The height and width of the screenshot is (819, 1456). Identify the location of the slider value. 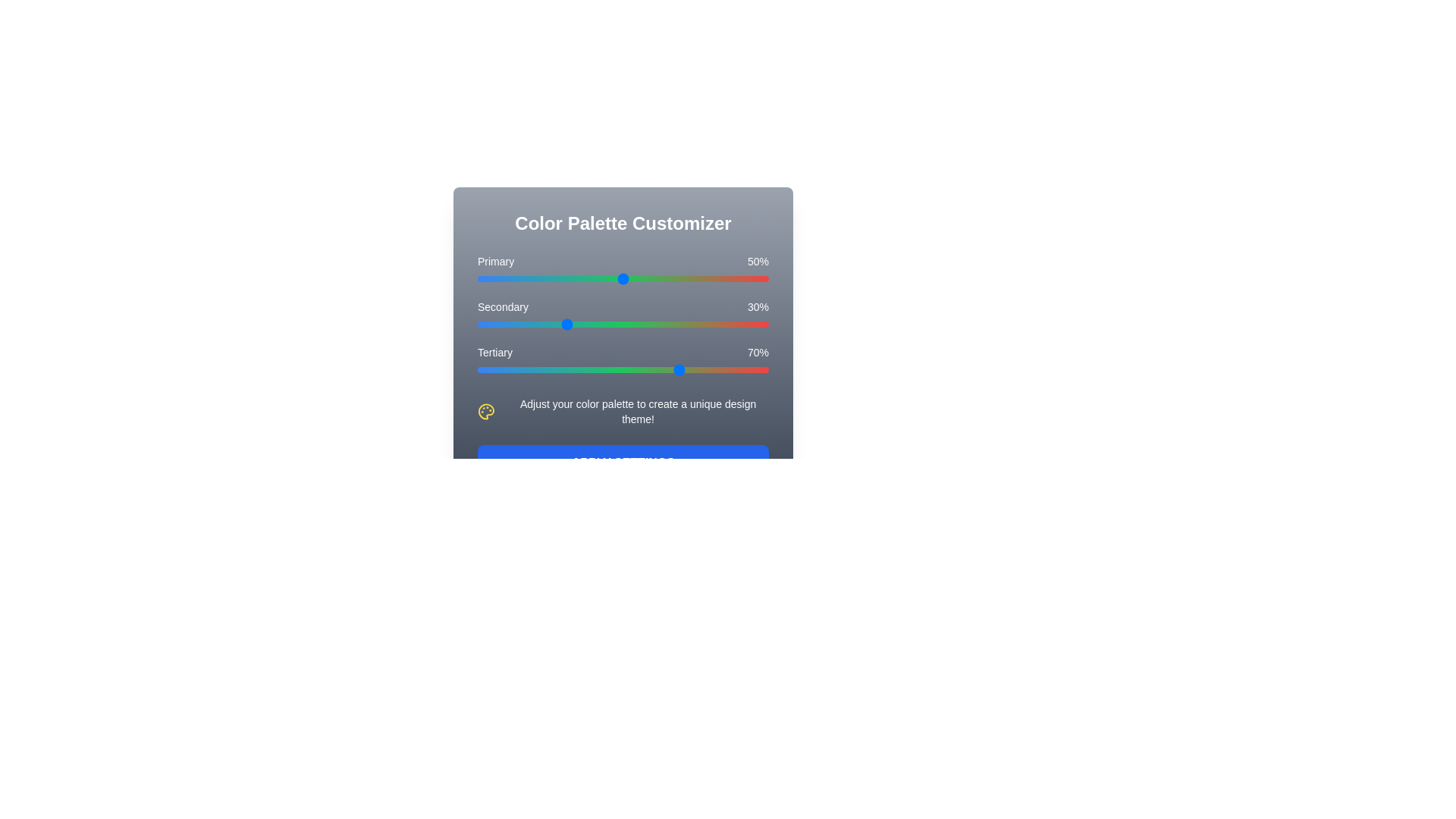
(482, 324).